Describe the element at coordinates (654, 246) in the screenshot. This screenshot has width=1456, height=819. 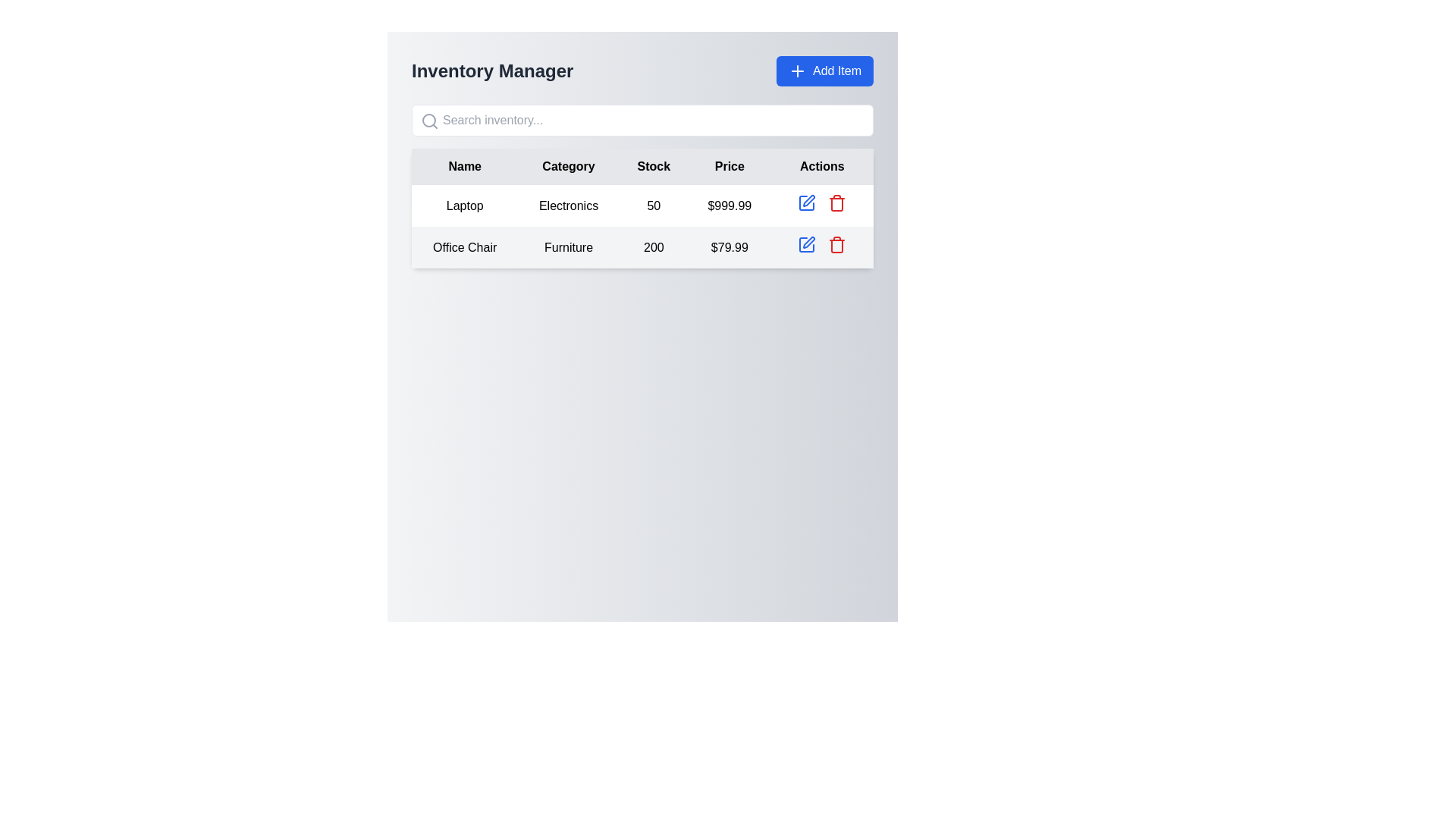
I see `the static table cell containing the text '200' in the 'Stock' column of the 'Office Chair' row, which is the third cell in the second row of the table` at that location.